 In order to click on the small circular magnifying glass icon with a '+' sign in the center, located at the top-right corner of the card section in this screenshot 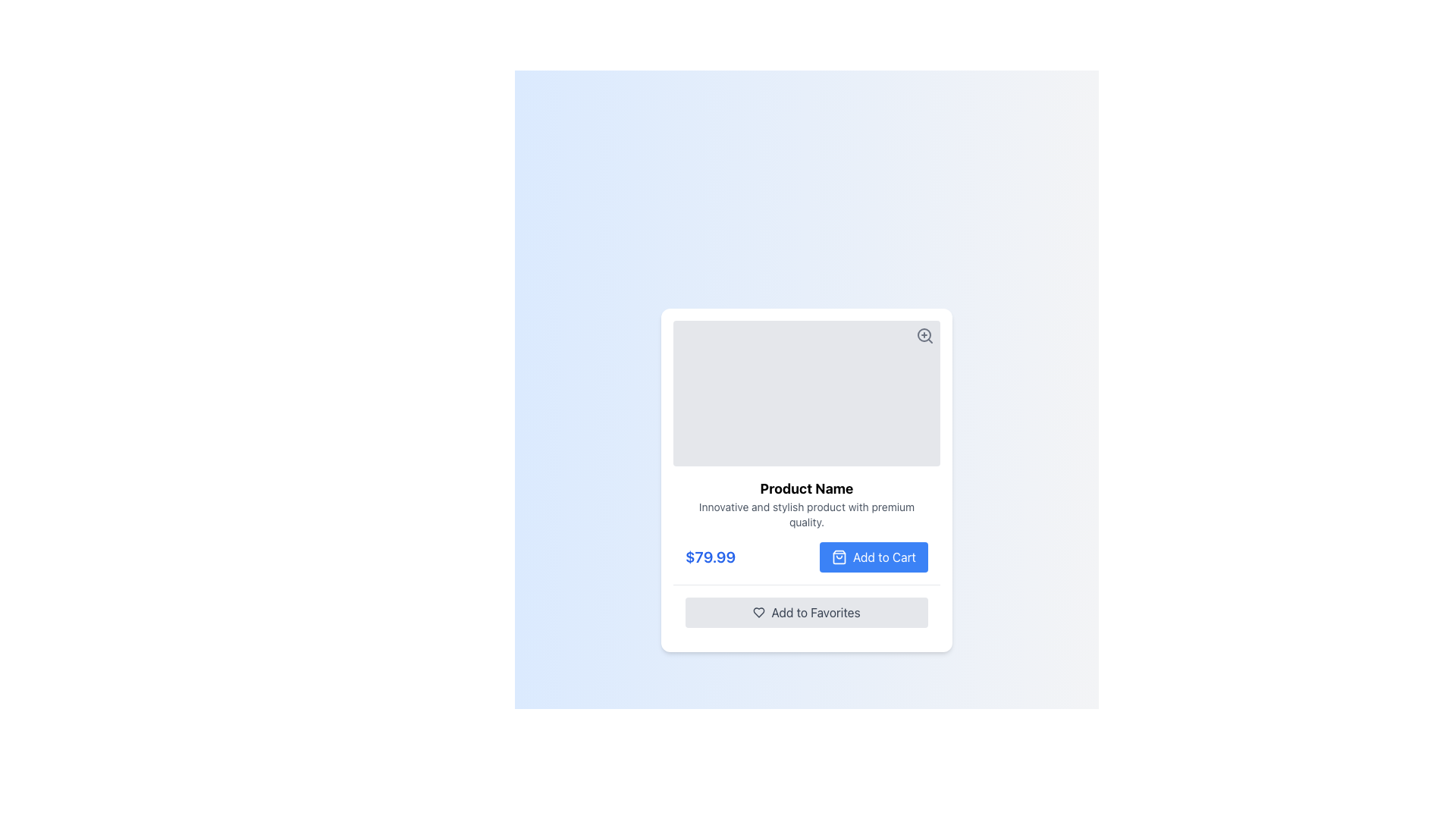, I will do `click(924, 334)`.